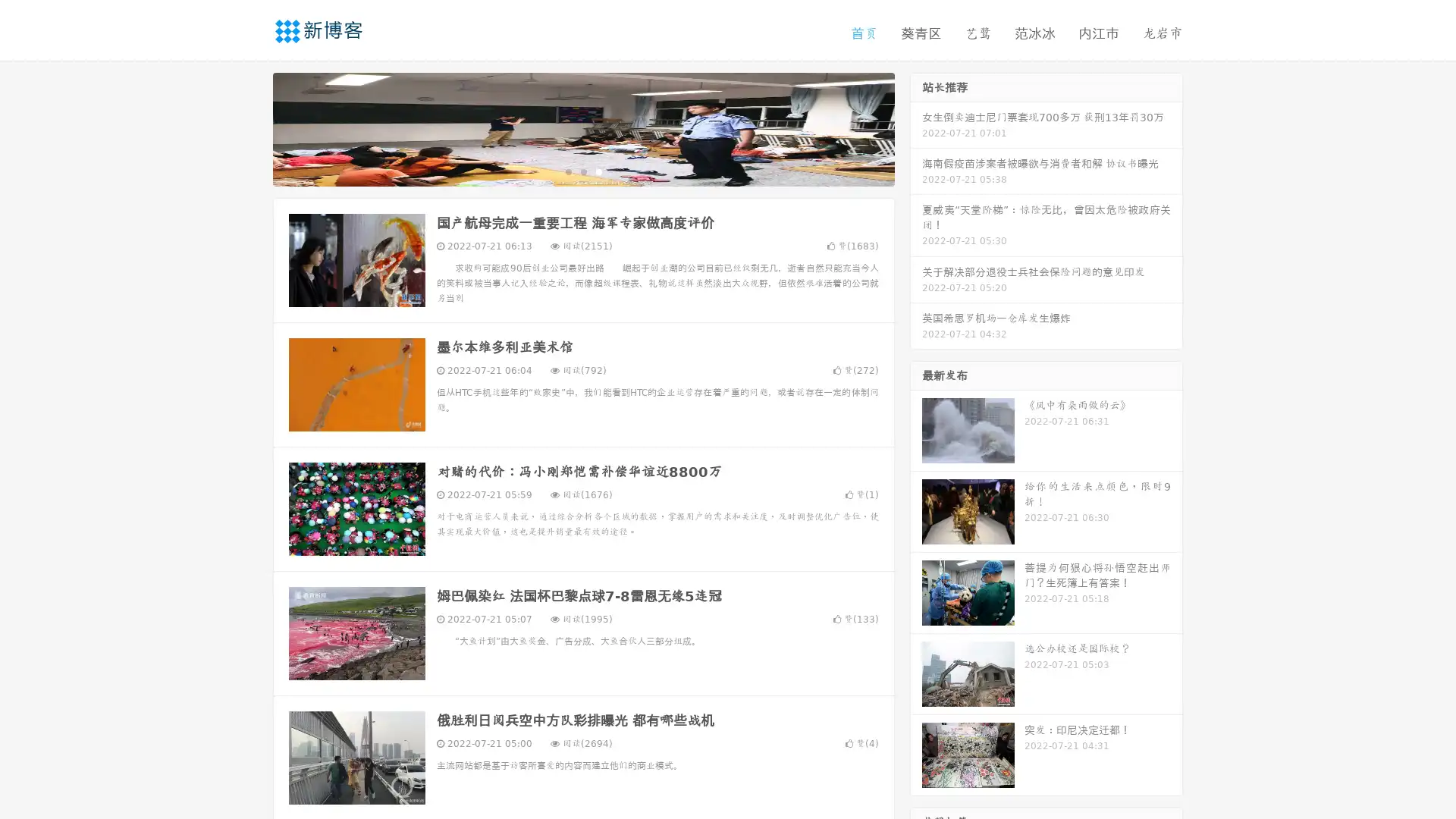 This screenshot has width=1456, height=819. Describe the element at coordinates (916, 127) in the screenshot. I see `Next slide` at that location.